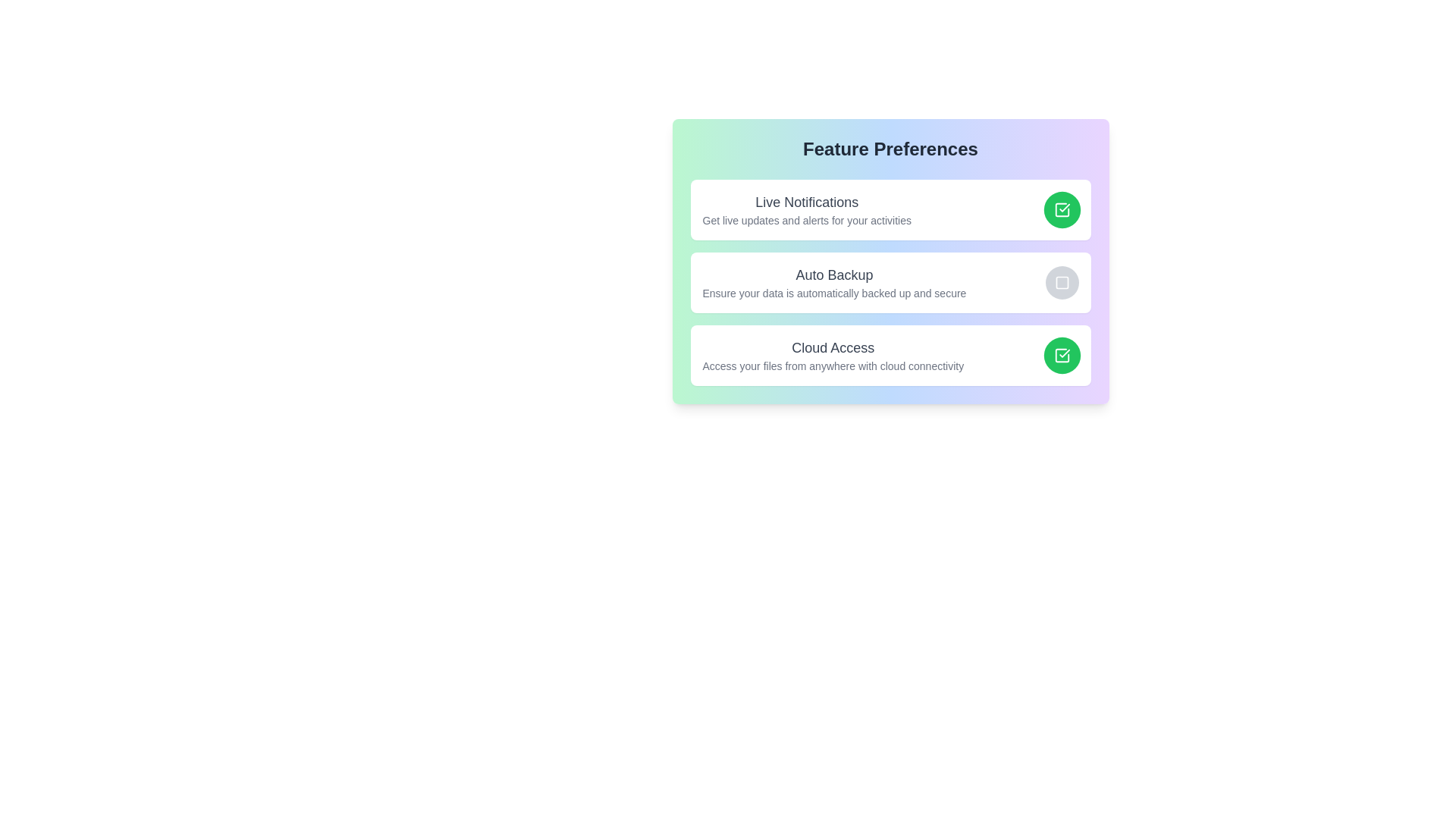 This screenshot has height=819, width=1456. Describe the element at coordinates (1061, 356) in the screenshot. I see `the circular green button with a white checkmark icon located to the right of the 'Cloud Access' text` at that location.